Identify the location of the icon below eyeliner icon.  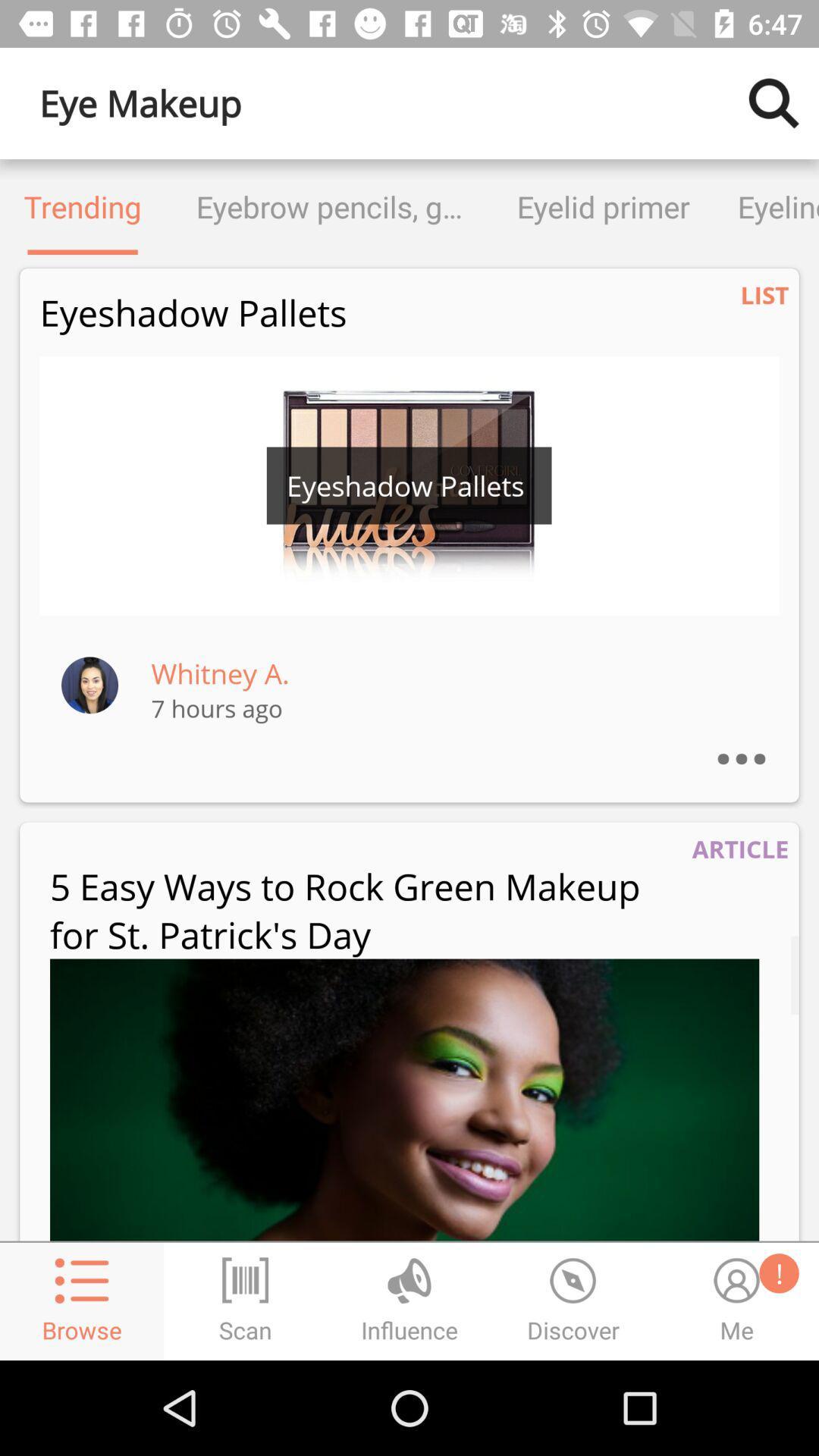
(764, 295).